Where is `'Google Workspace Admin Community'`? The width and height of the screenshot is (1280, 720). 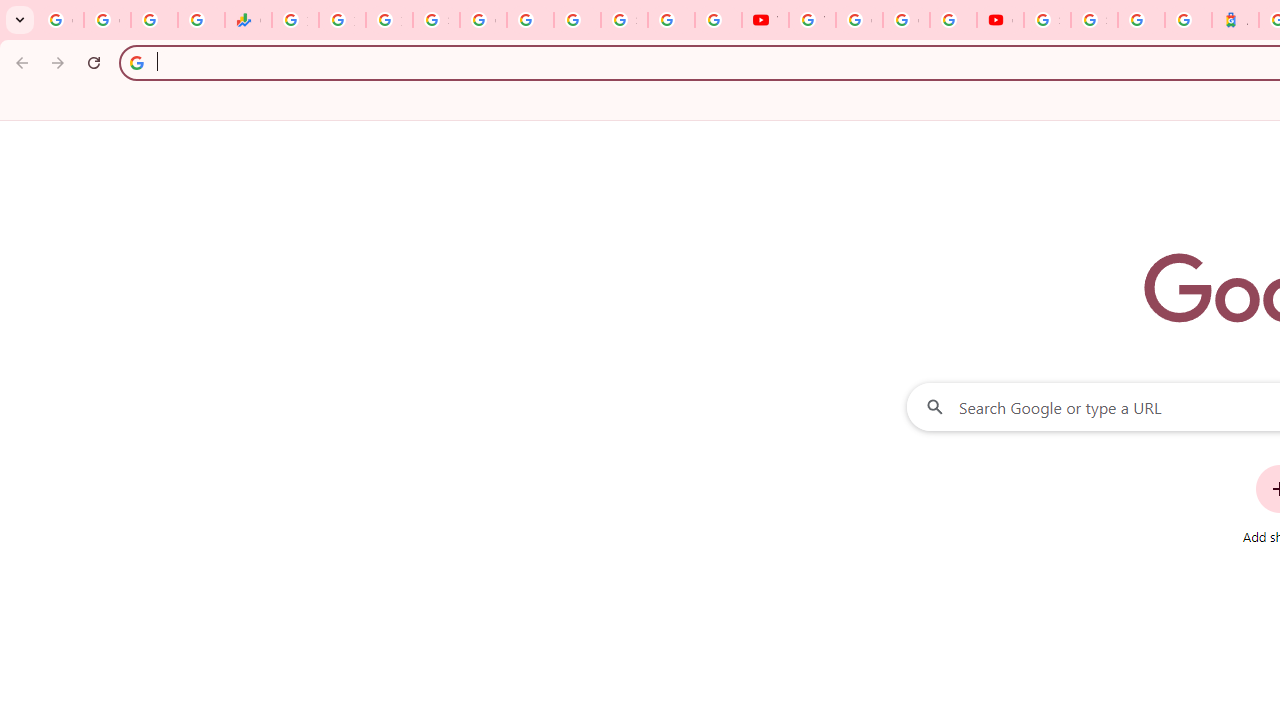
'Google Workspace Admin Community' is located at coordinates (60, 20).